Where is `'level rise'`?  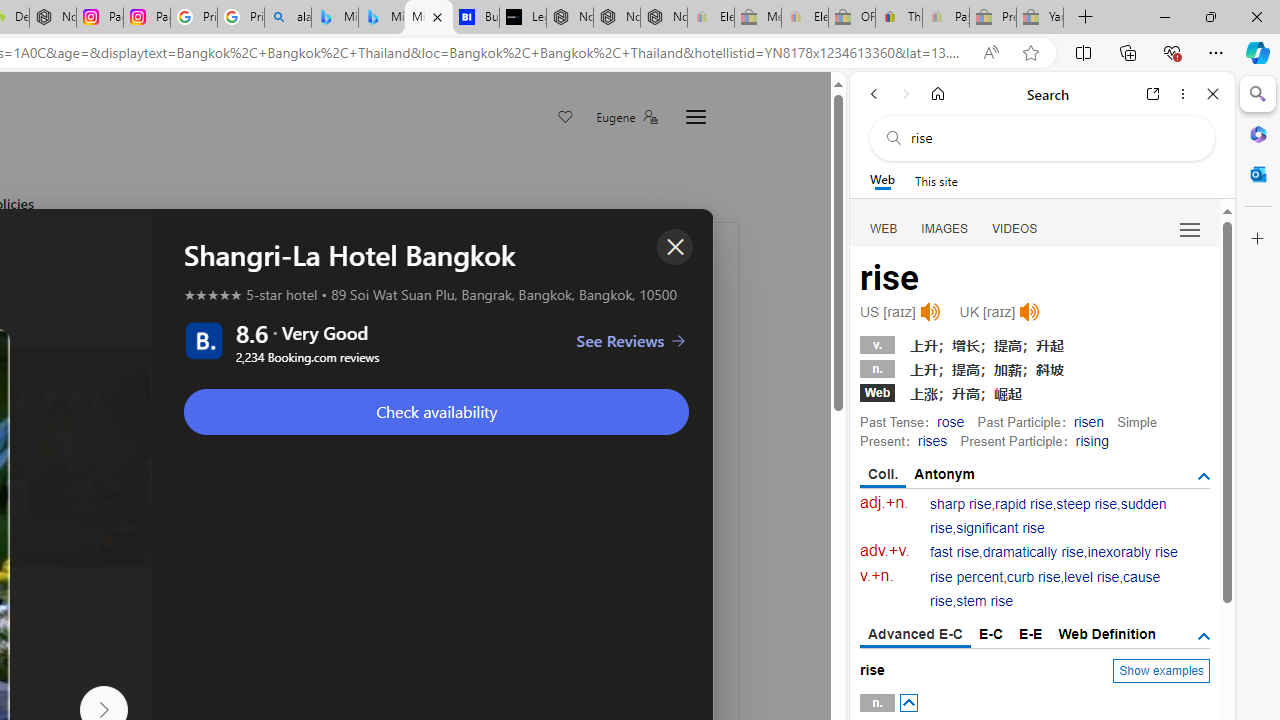 'level rise' is located at coordinates (1090, 577).